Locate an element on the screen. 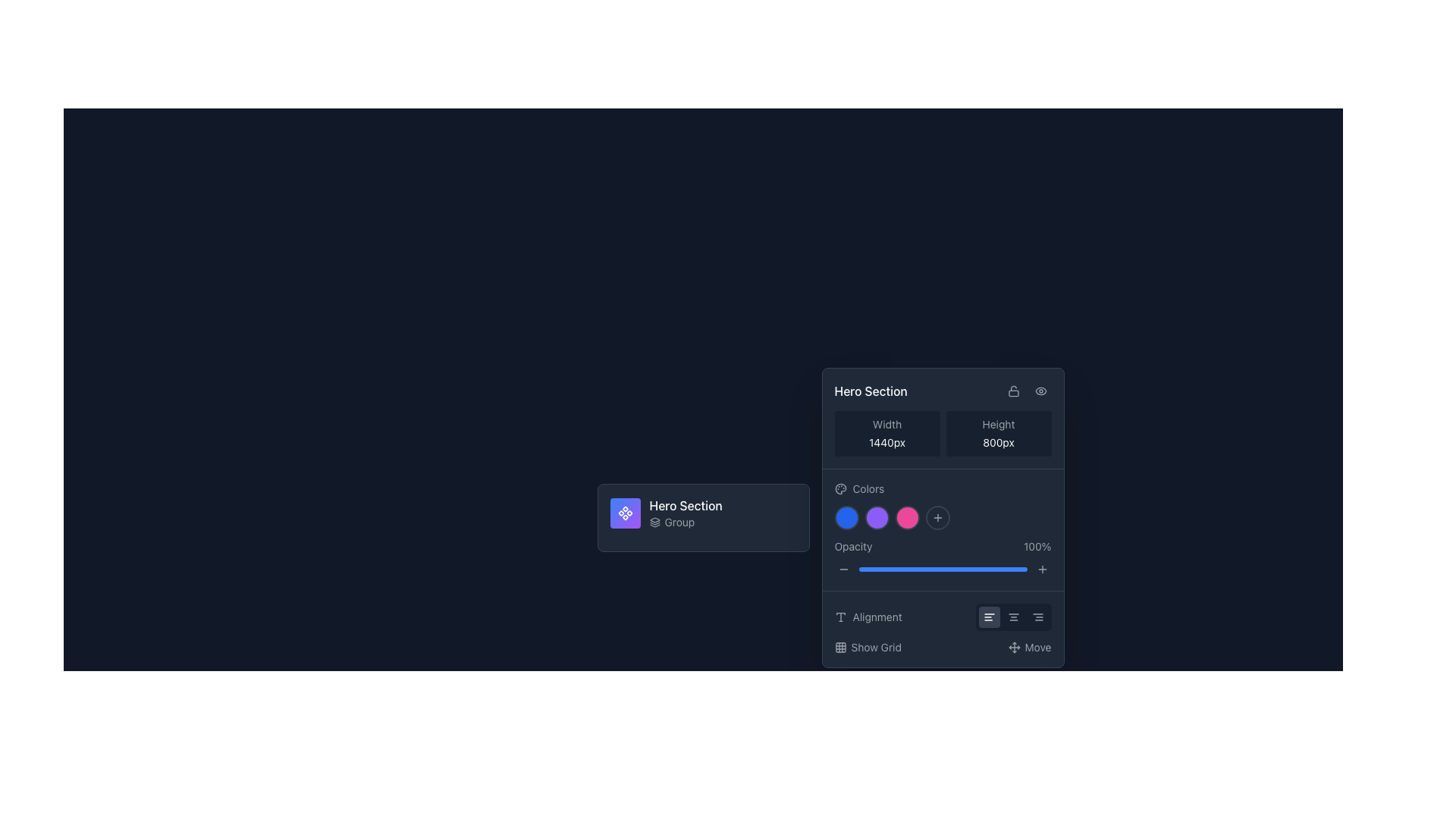  the color selector button located at the first position from the left in a row of four circular elements within the 'Colors' section of the panel is located at coordinates (846, 516).